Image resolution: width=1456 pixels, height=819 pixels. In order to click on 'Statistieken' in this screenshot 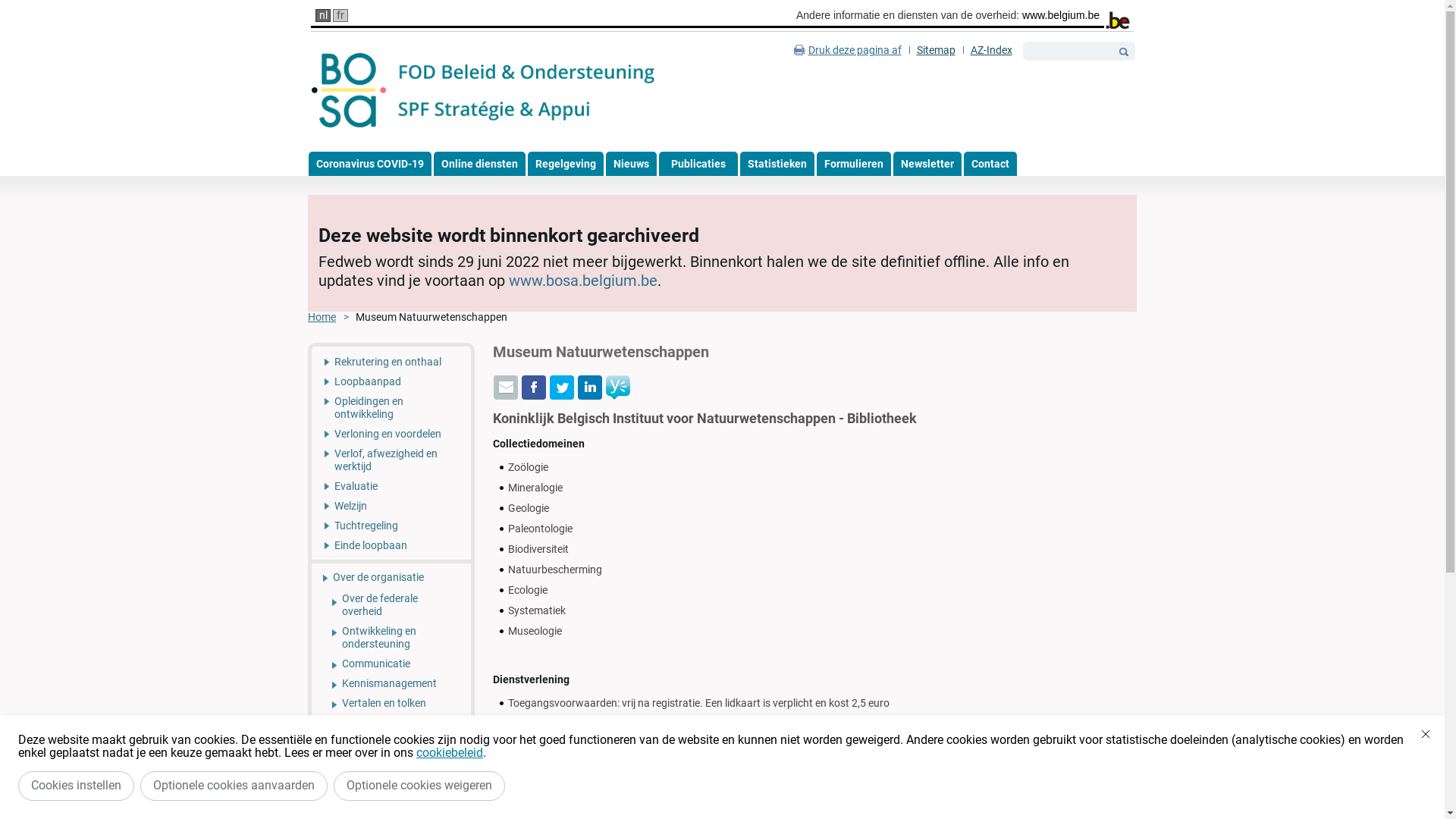, I will do `click(777, 164)`.